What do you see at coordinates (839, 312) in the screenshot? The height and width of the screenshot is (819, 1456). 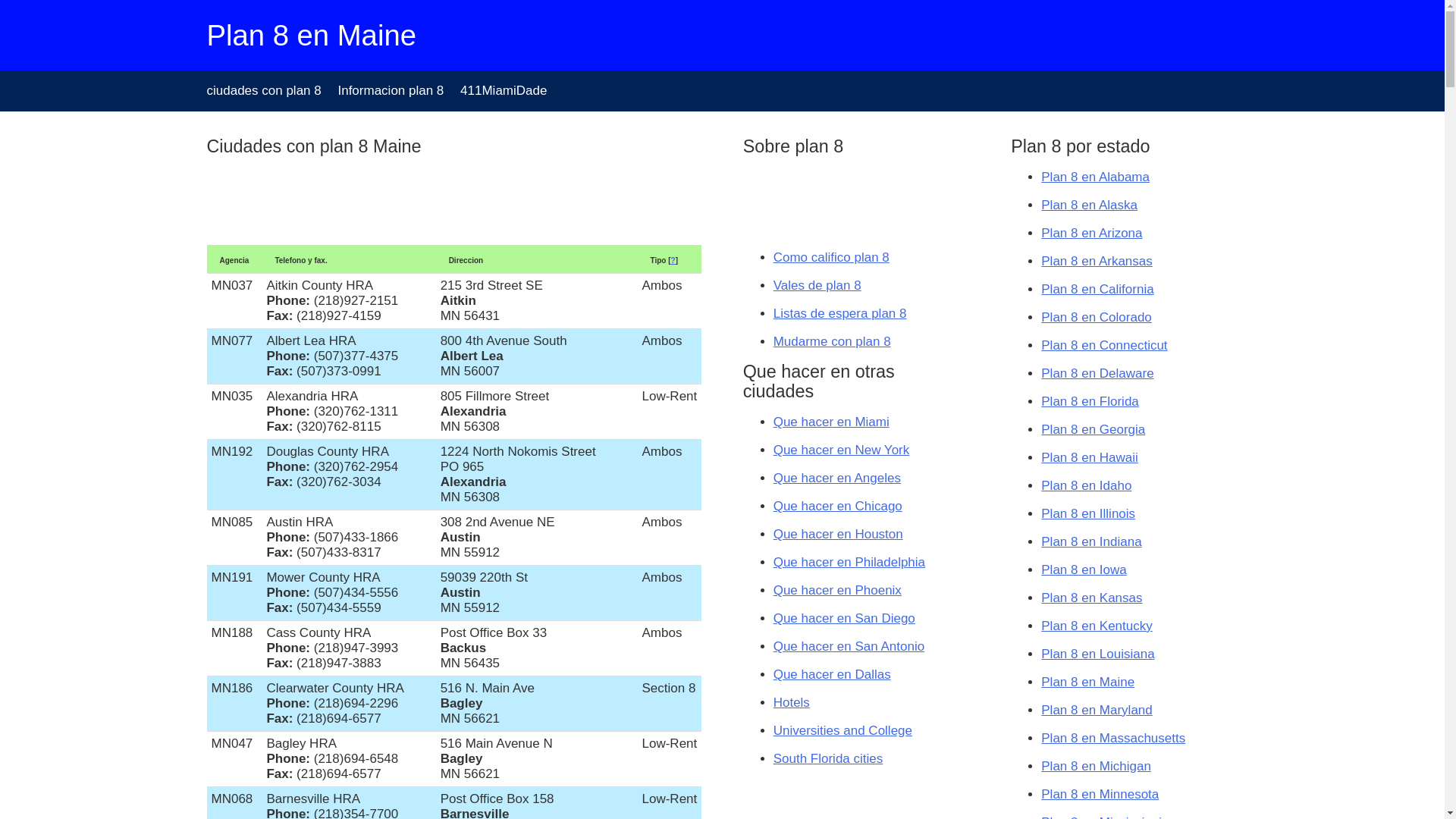 I see `'Listas de espera plan 8'` at bounding box center [839, 312].